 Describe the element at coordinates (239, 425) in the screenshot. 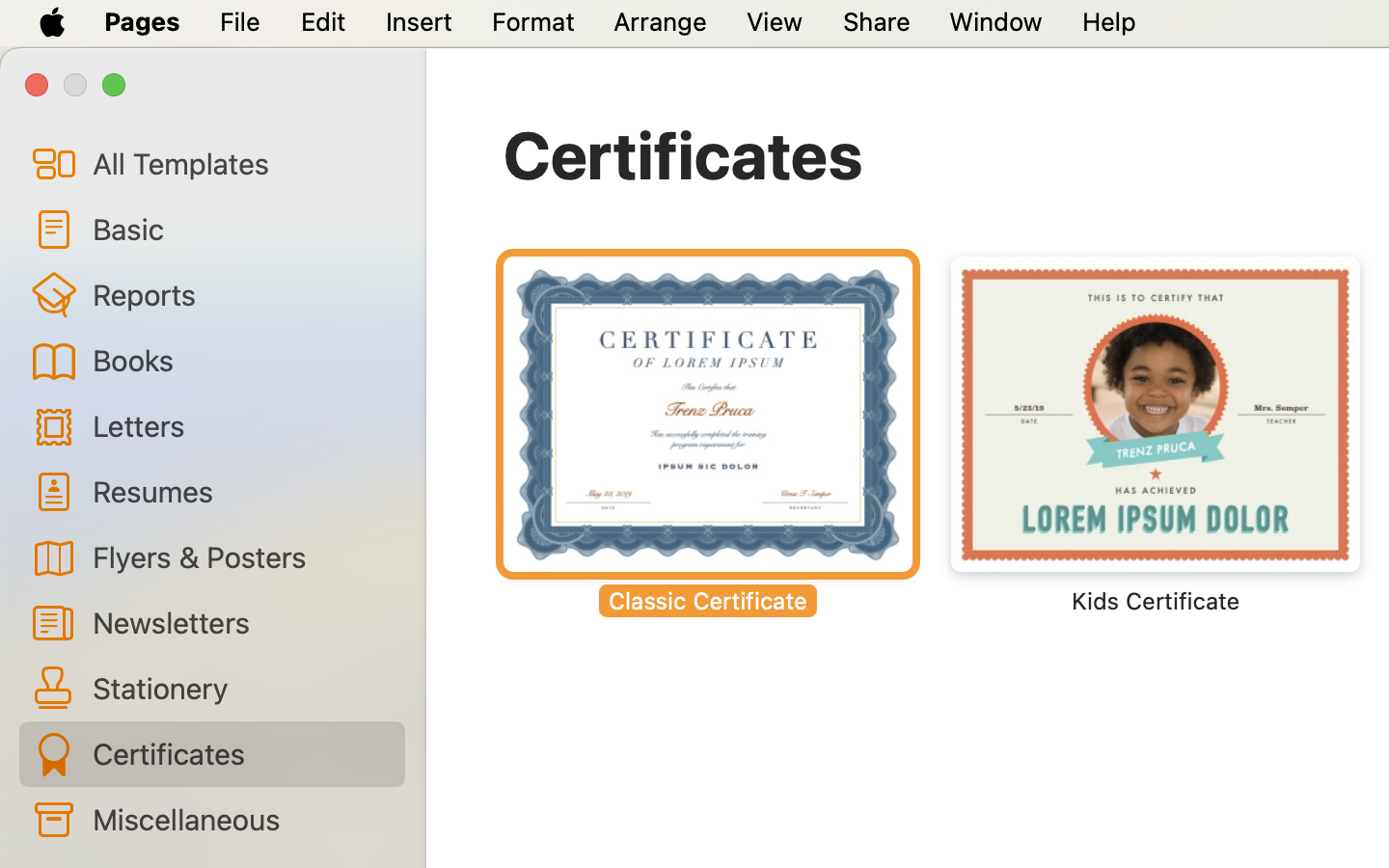

I see `'Letters'` at that location.